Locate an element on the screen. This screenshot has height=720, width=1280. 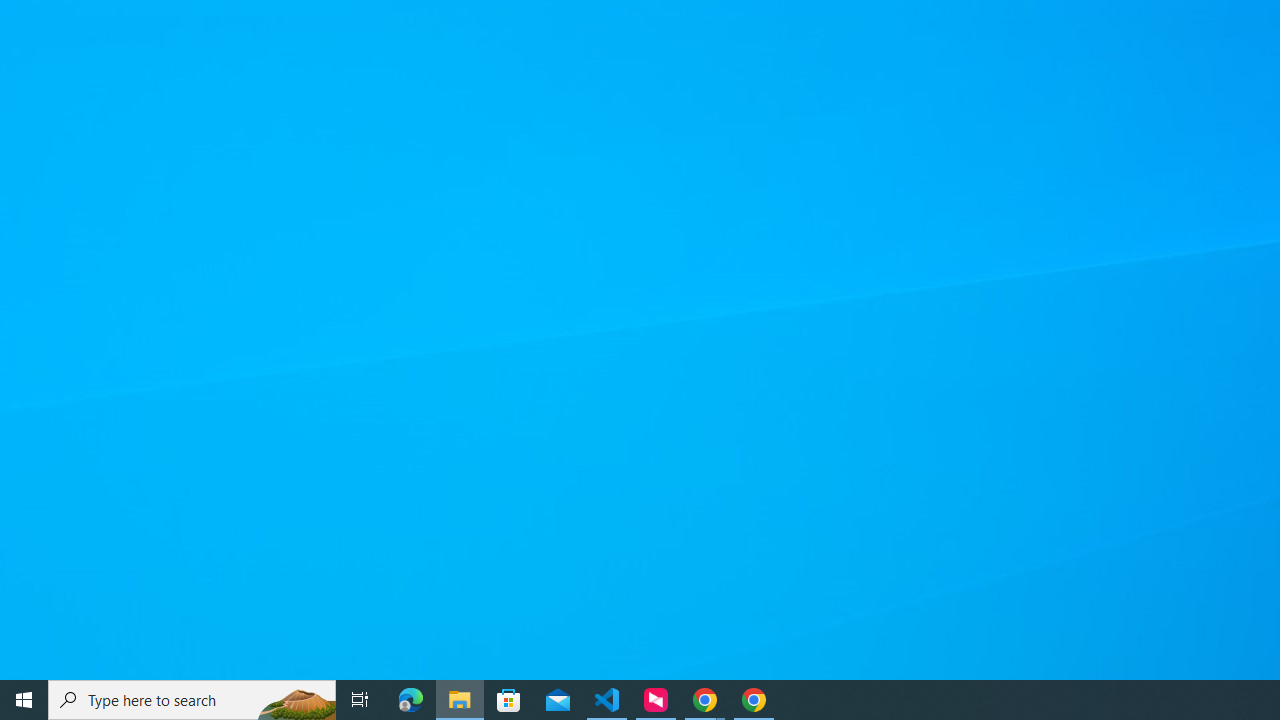
'Google Chrome - 3 running windows' is located at coordinates (705, 698).